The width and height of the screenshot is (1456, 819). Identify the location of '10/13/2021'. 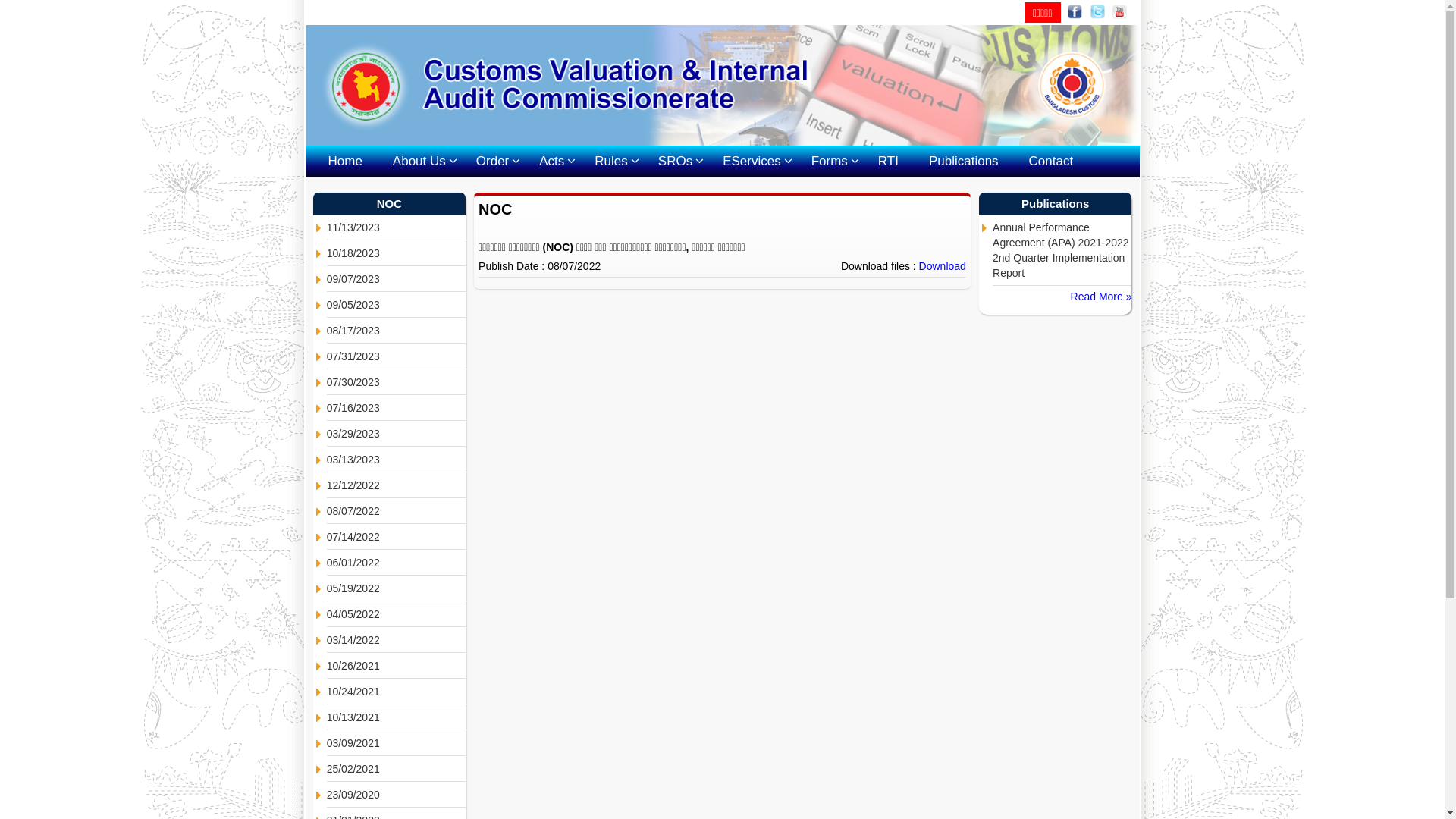
(326, 717).